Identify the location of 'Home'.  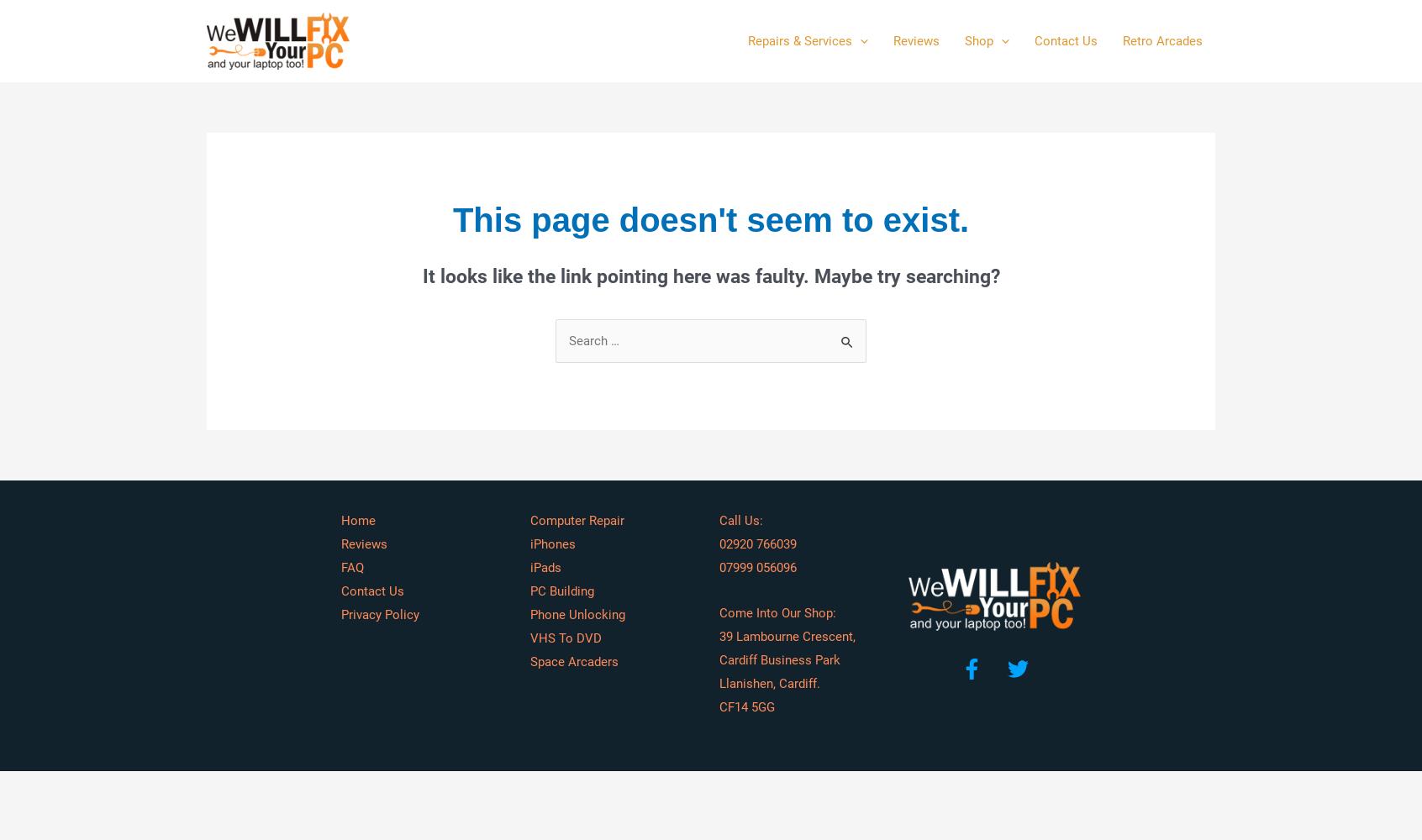
(357, 520).